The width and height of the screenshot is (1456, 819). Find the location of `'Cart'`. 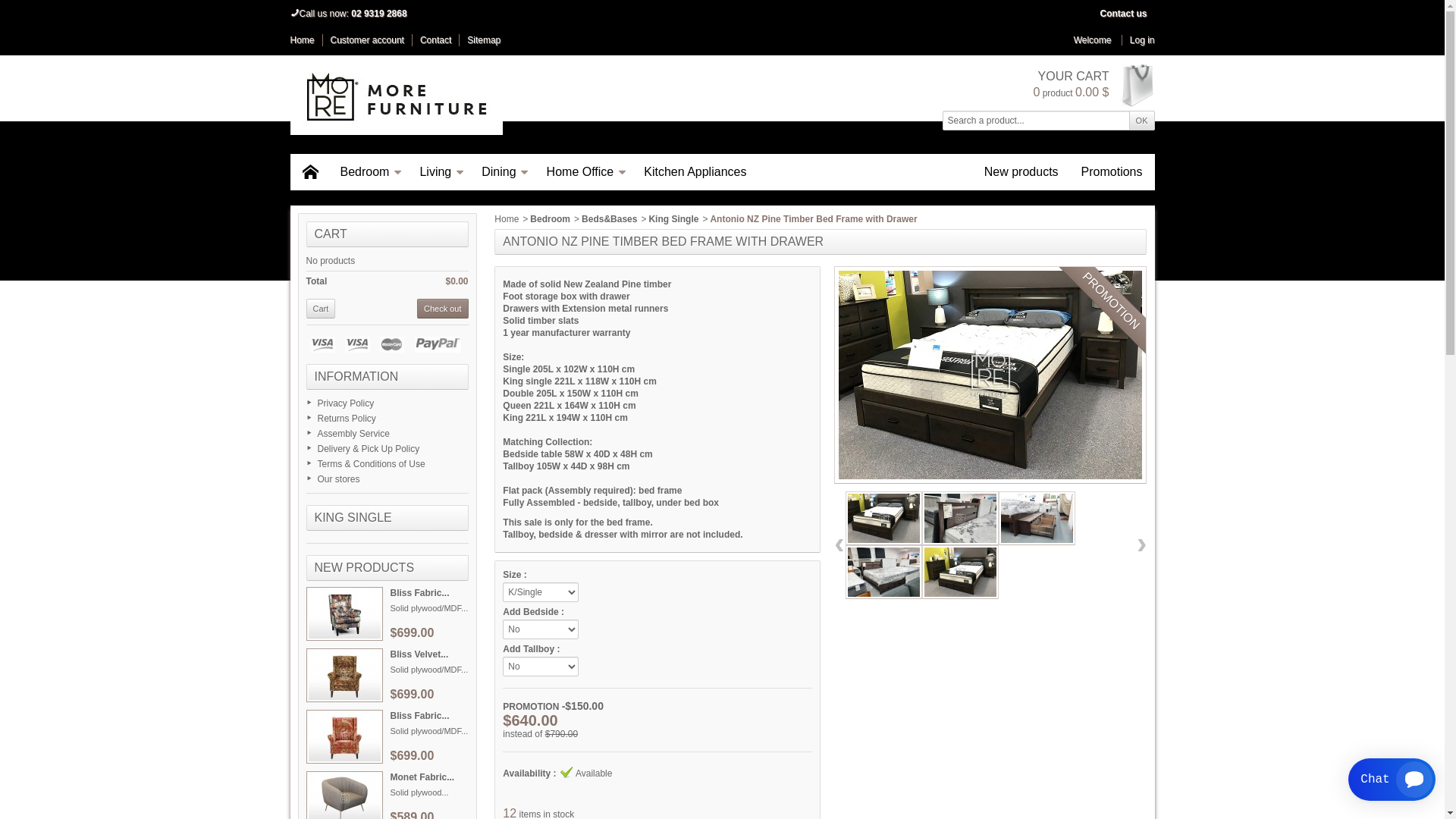

'Cart' is located at coordinates (320, 308).